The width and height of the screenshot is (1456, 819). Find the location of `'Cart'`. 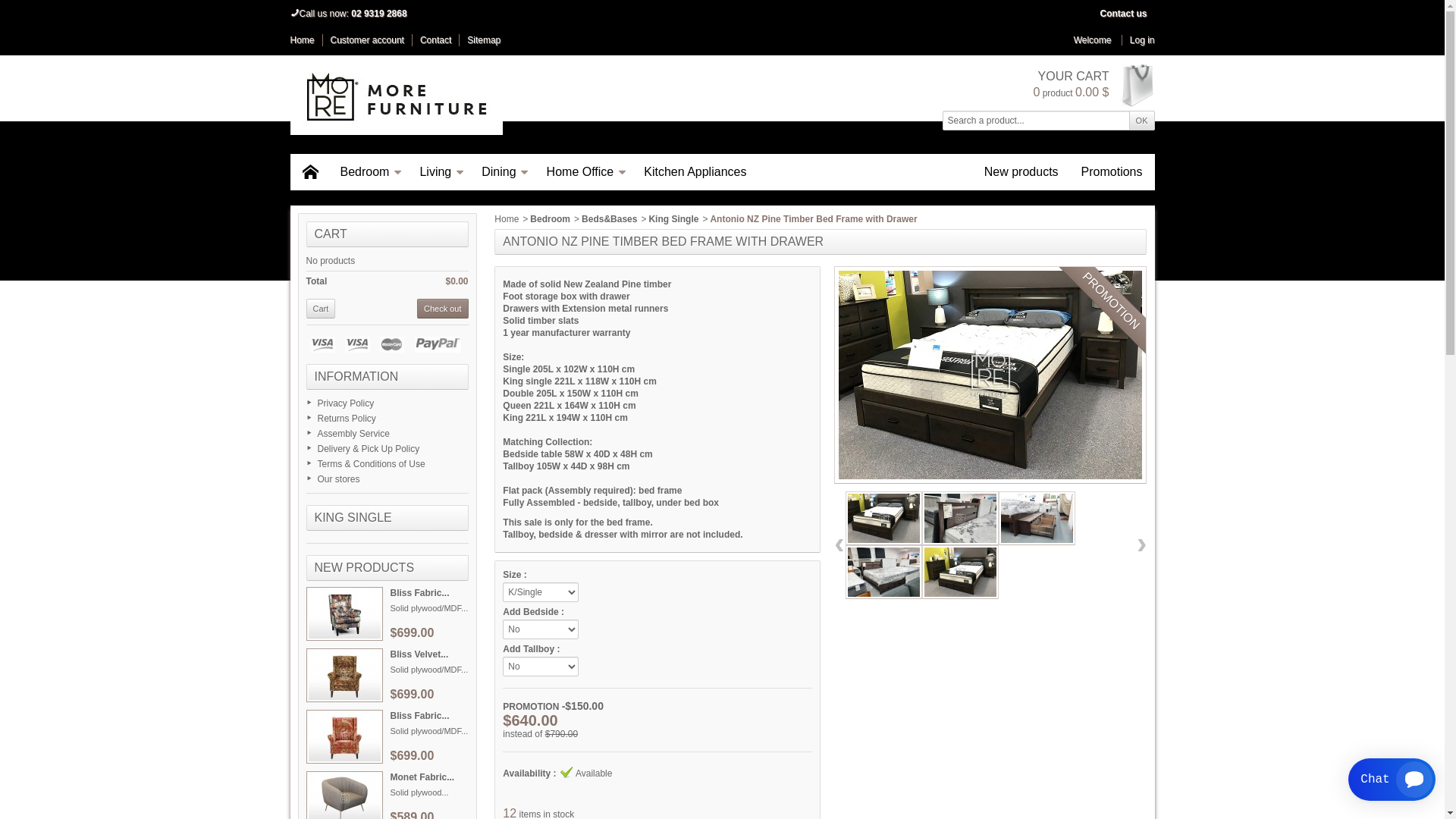

'Cart' is located at coordinates (320, 308).